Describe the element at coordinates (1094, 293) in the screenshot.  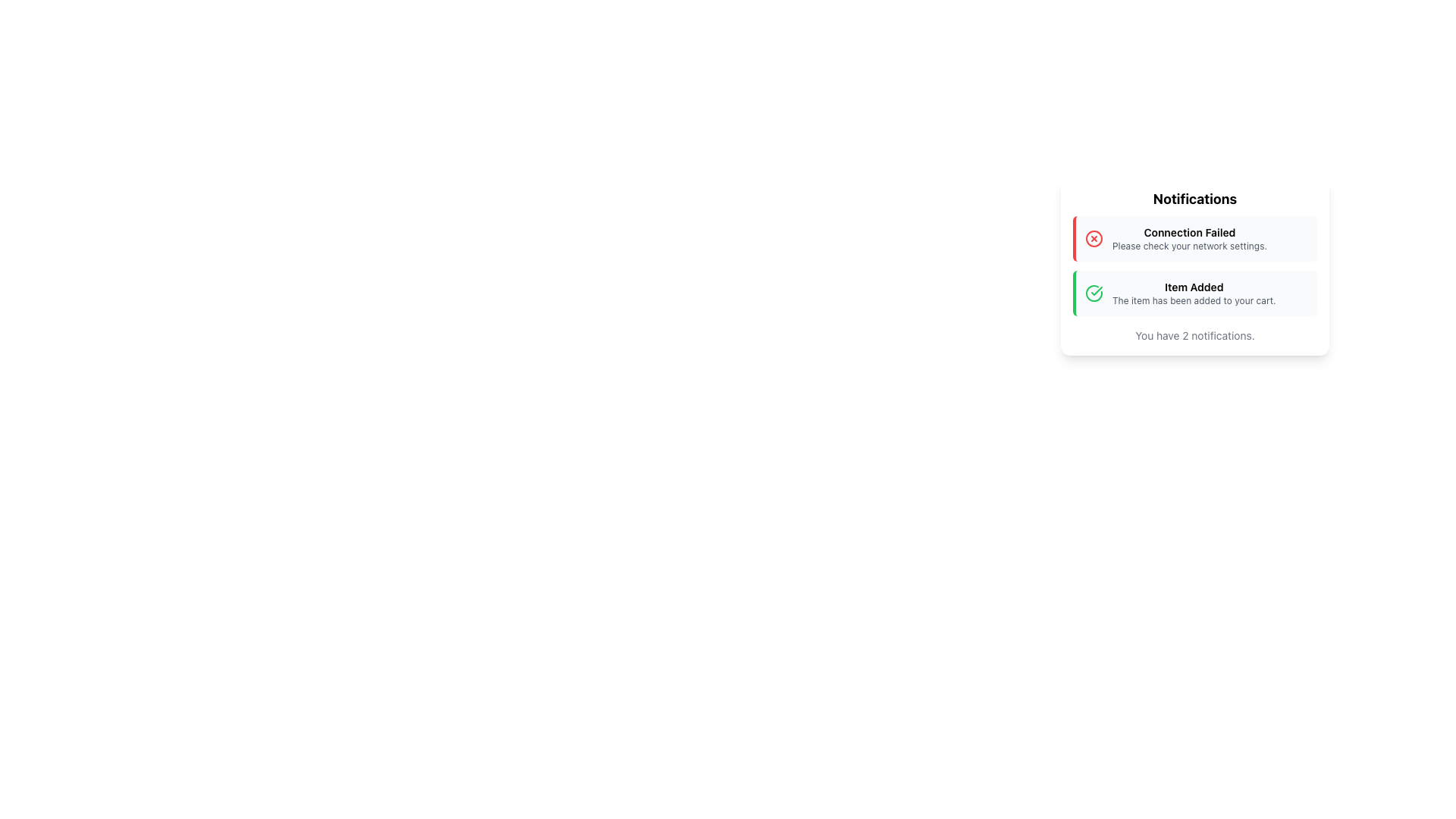
I see `the upper curved segment of the graphic within the green outlined circular icon that contains a check mark, located to the left of the 'Item Added' notification` at that location.